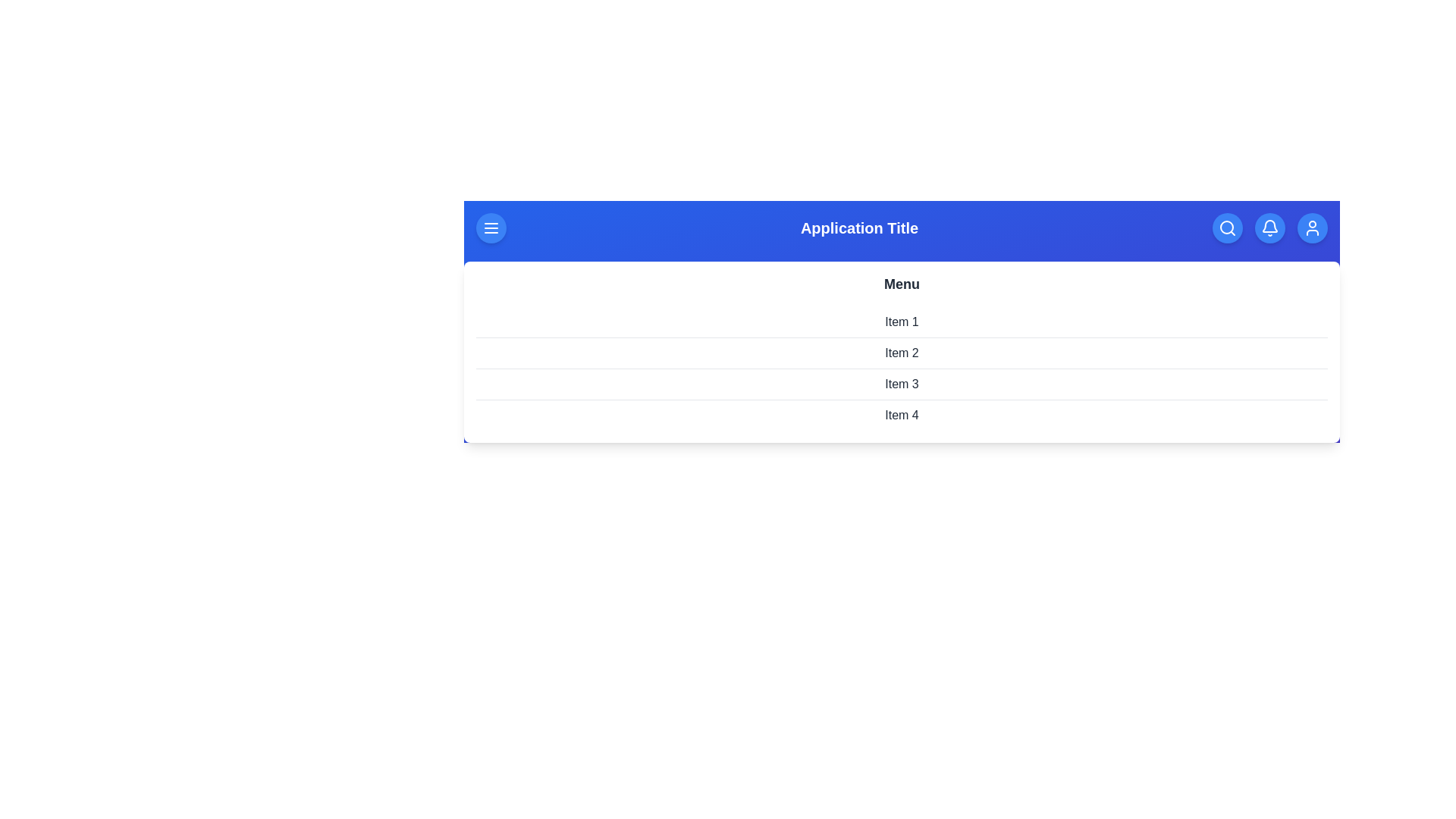  I want to click on the user profile button, so click(1312, 227).